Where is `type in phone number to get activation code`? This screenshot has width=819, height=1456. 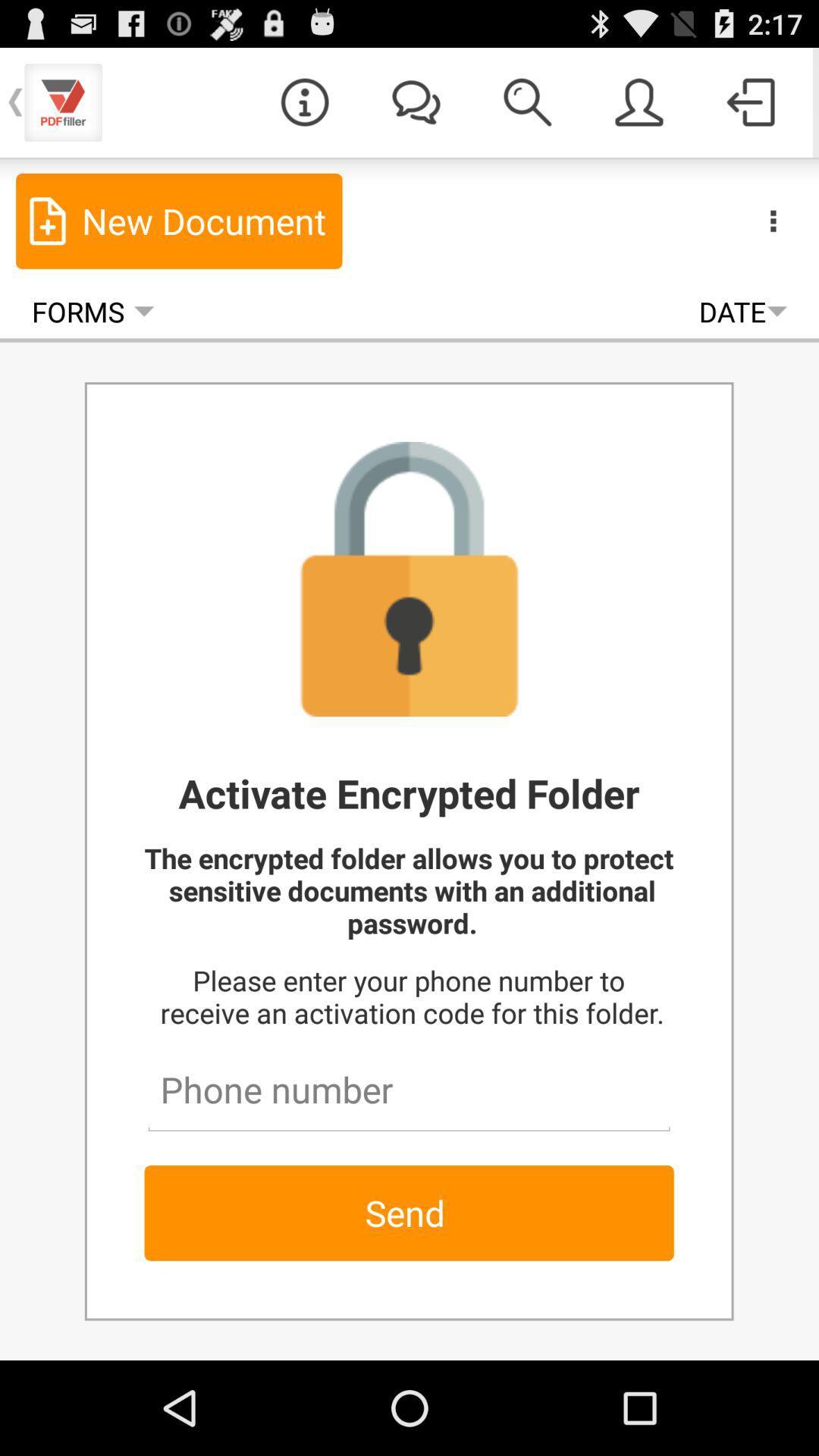
type in phone number to get activation code is located at coordinates (408, 1082).